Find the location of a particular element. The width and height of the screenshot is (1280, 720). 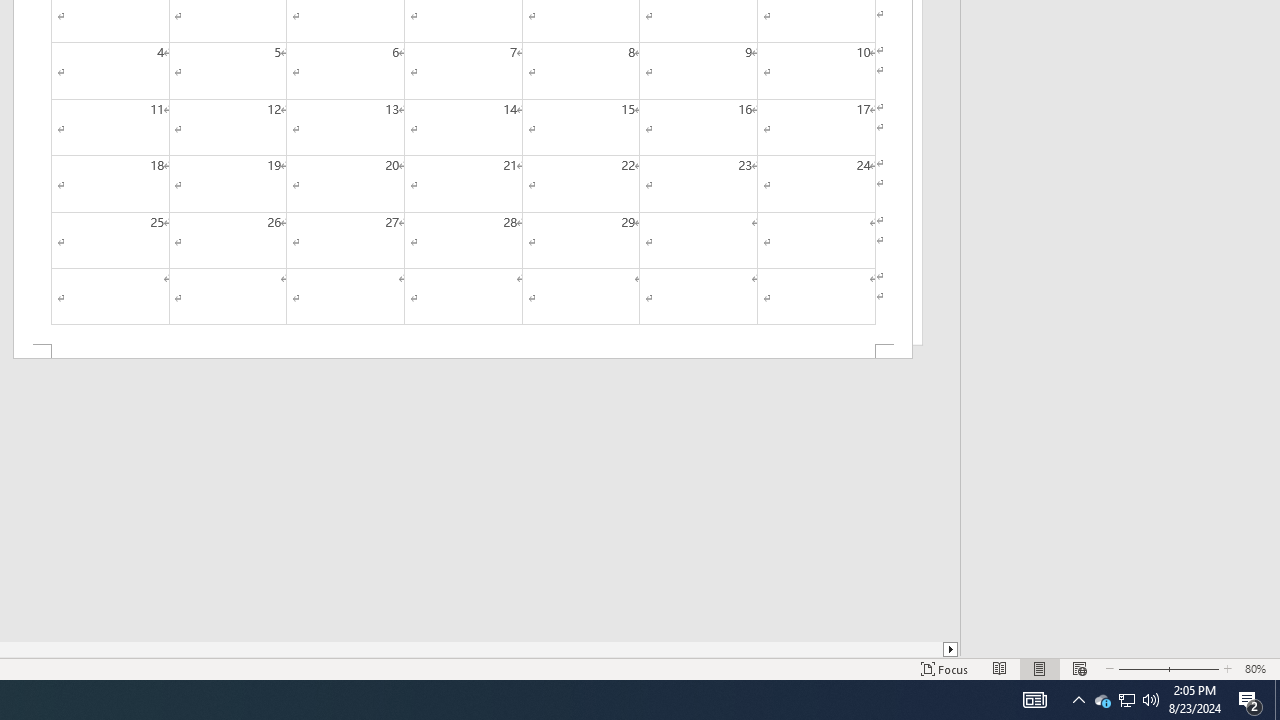

'Footer -Section 2-' is located at coordinates (461, 350).